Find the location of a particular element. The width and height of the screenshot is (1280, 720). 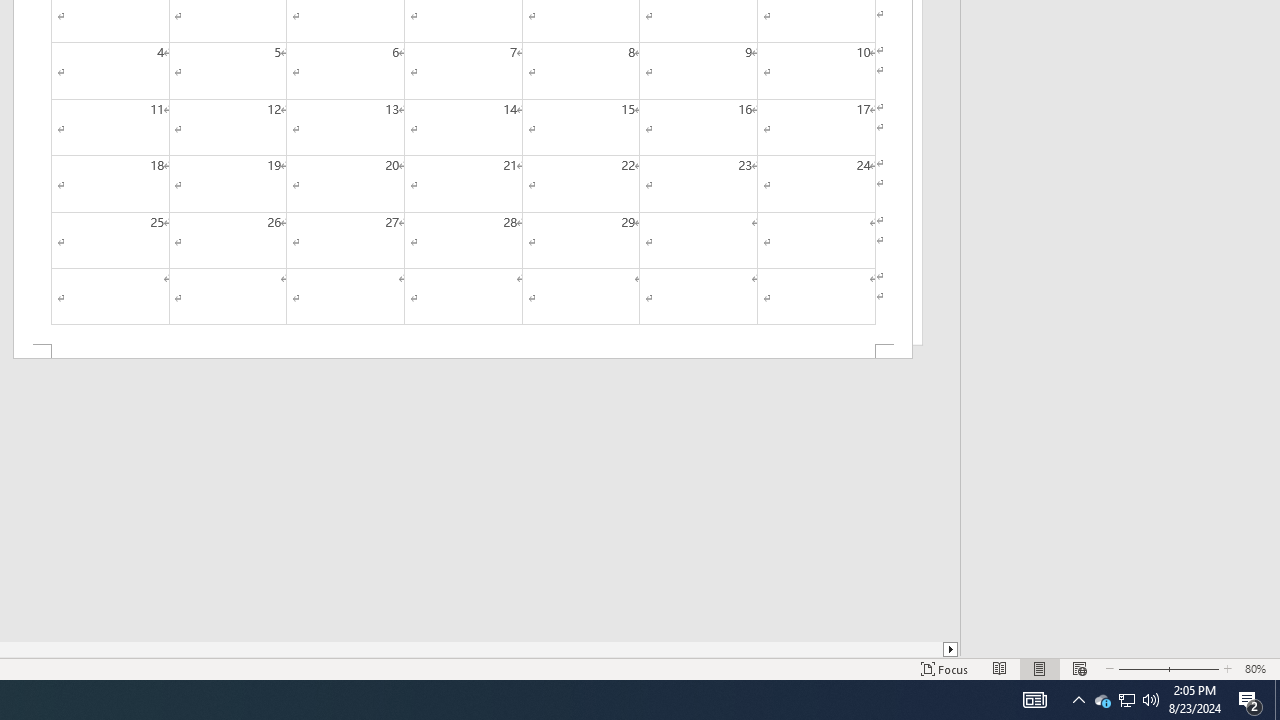

'Footer -Section 2-' is located at coordinates (461, 350).